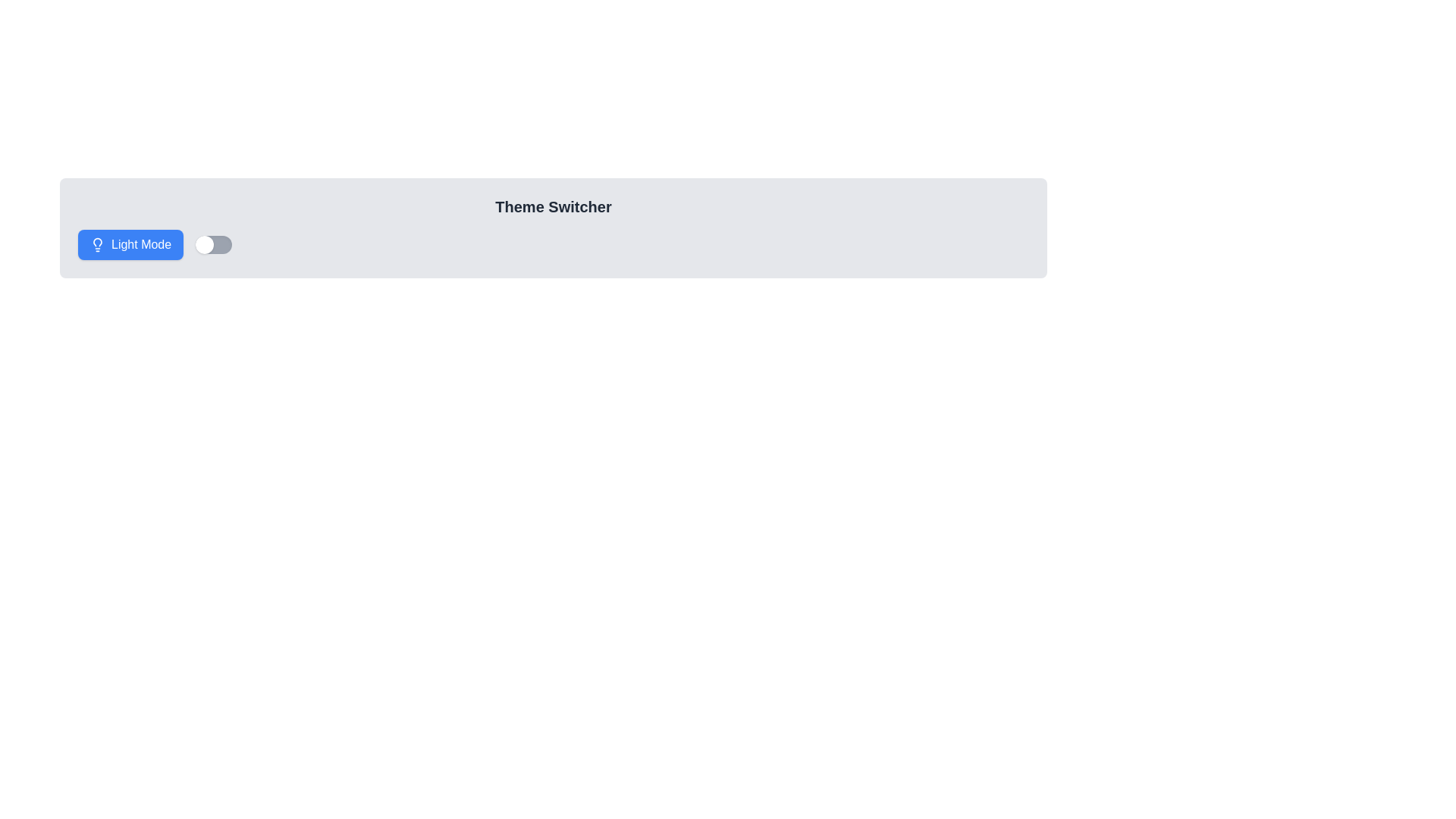 Image resolution: width=1456 pixels, height=819 pixels. I want to click on the Toggle switch, which is a horizontally elongated oval switch with a gray base and a white circular knob on the left side, located to the right of the 'Light Mode' button in the top-left section of the interface, so click(213, 244).